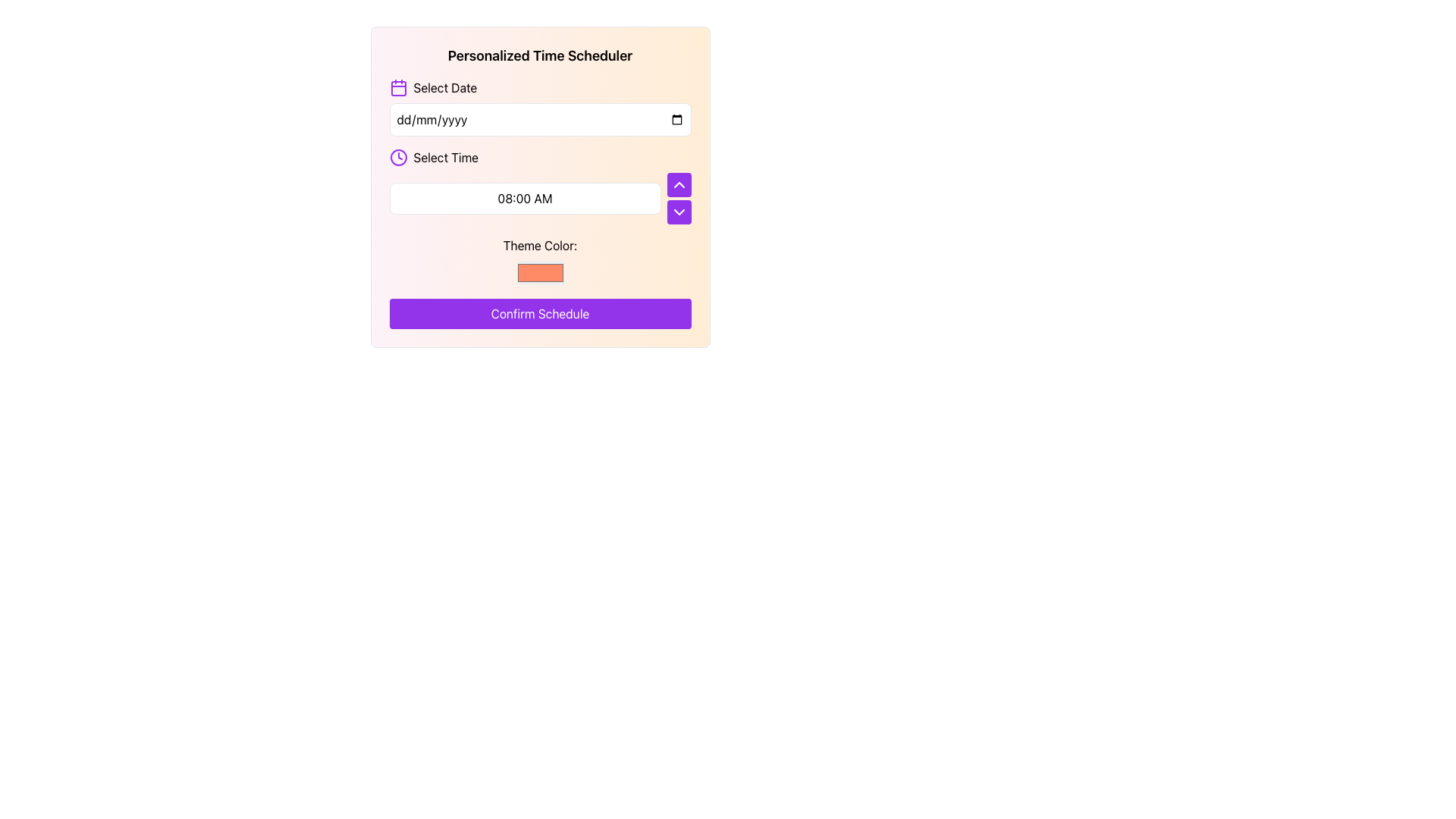 Image resolution: width=1456 pixels, height=819 pixels. I want to click on the finalize button located at the bottom of the scheduling interface panel, so click(540, 312).